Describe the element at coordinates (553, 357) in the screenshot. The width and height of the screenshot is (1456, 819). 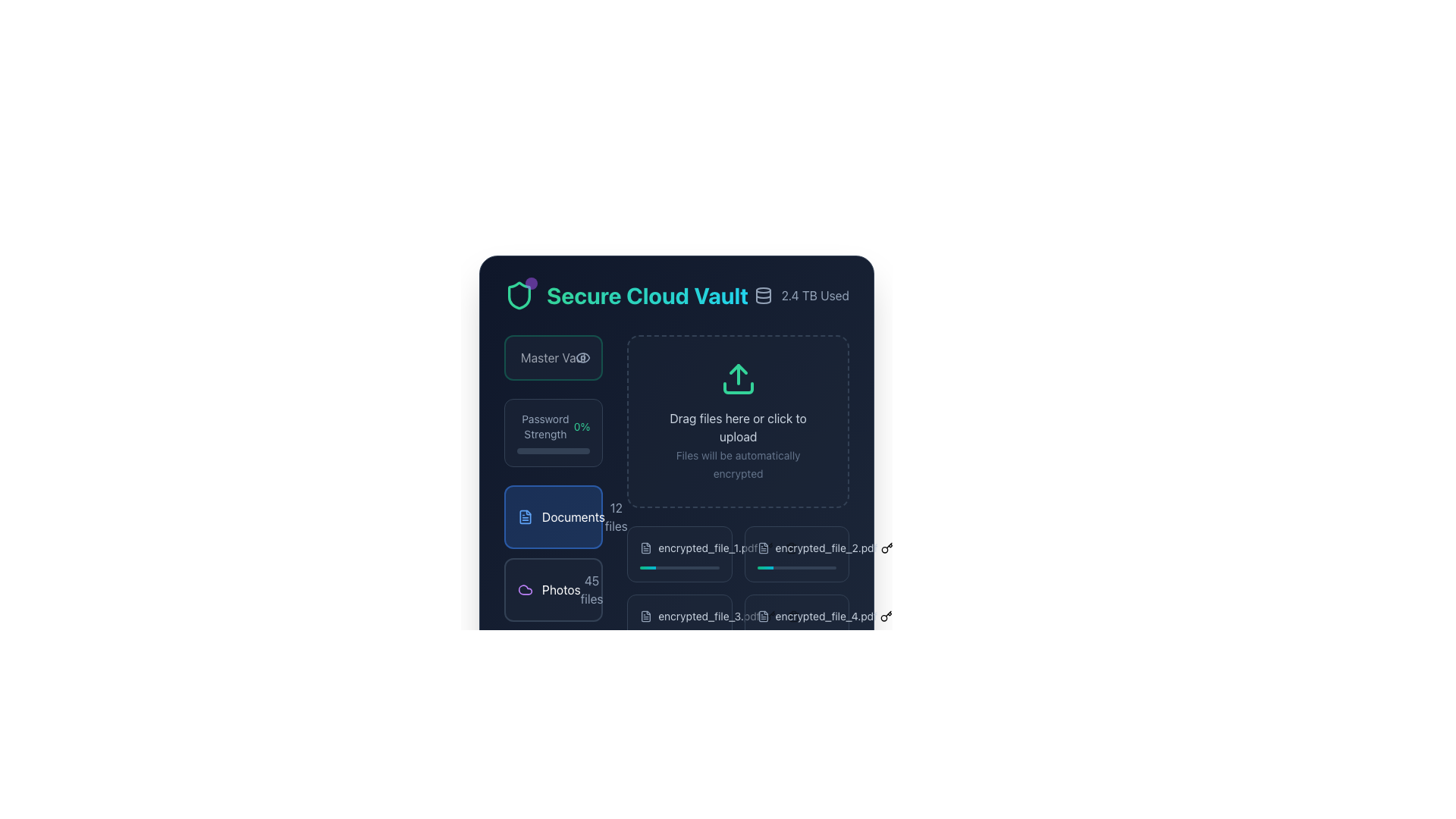
I see `the Password input field with visibility toggle icon` at that location.